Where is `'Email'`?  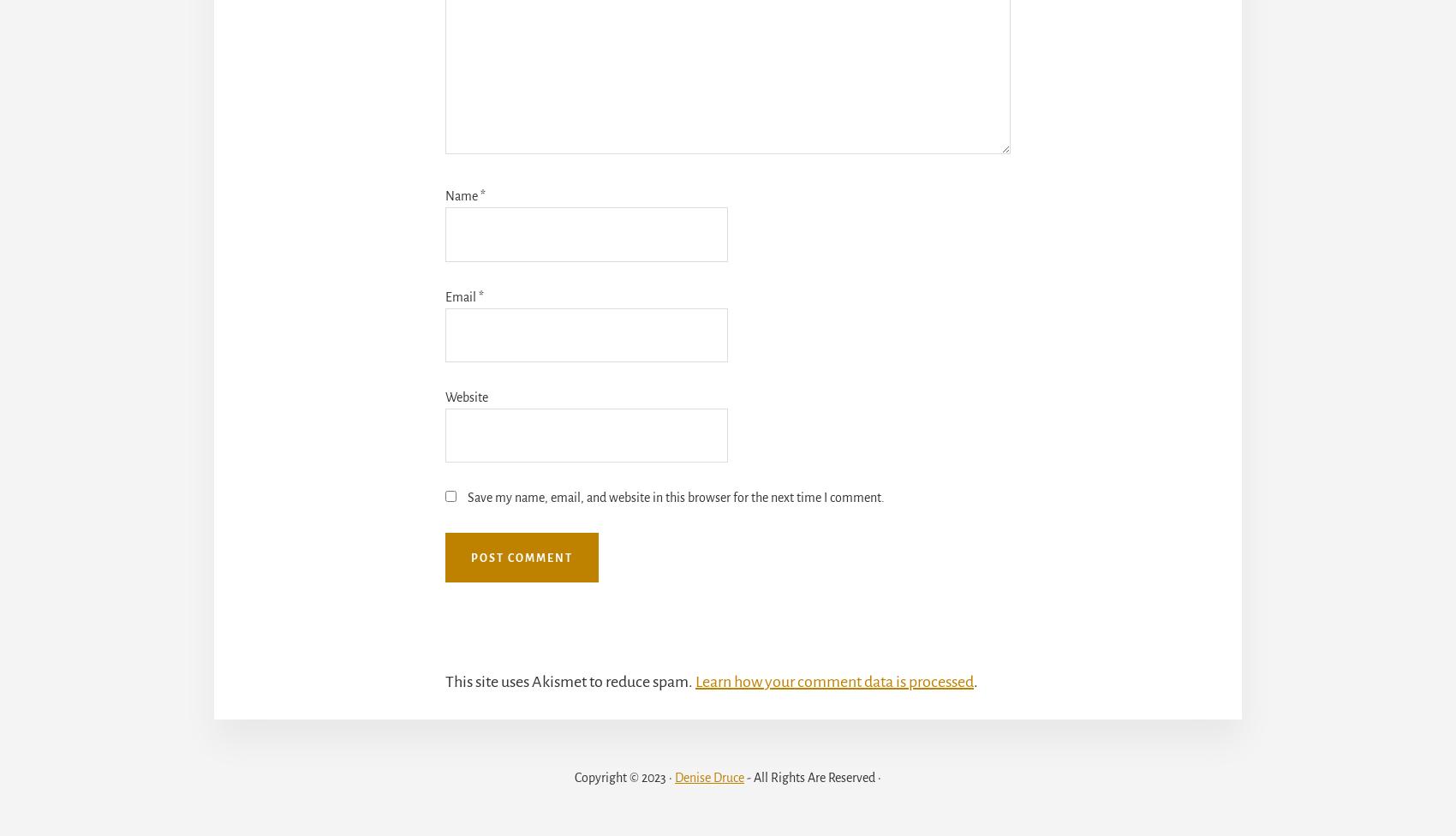
'Email' is located at coordinates (461, 296).